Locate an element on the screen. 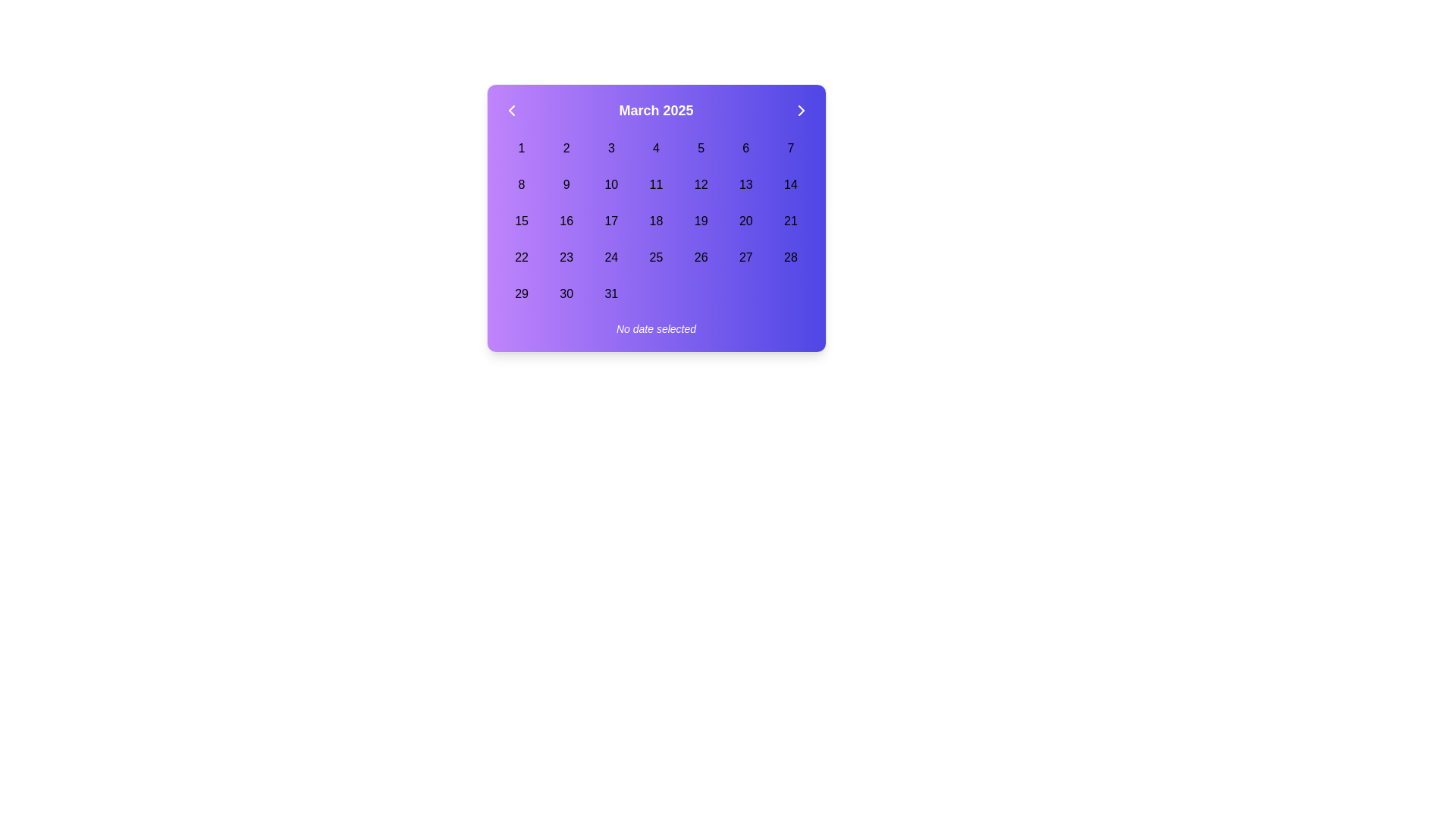 The height and width of the screenshot is (819, 1456). the rightward-facing chevron icon in the calendar header bar is located at coordinates (800, 110).